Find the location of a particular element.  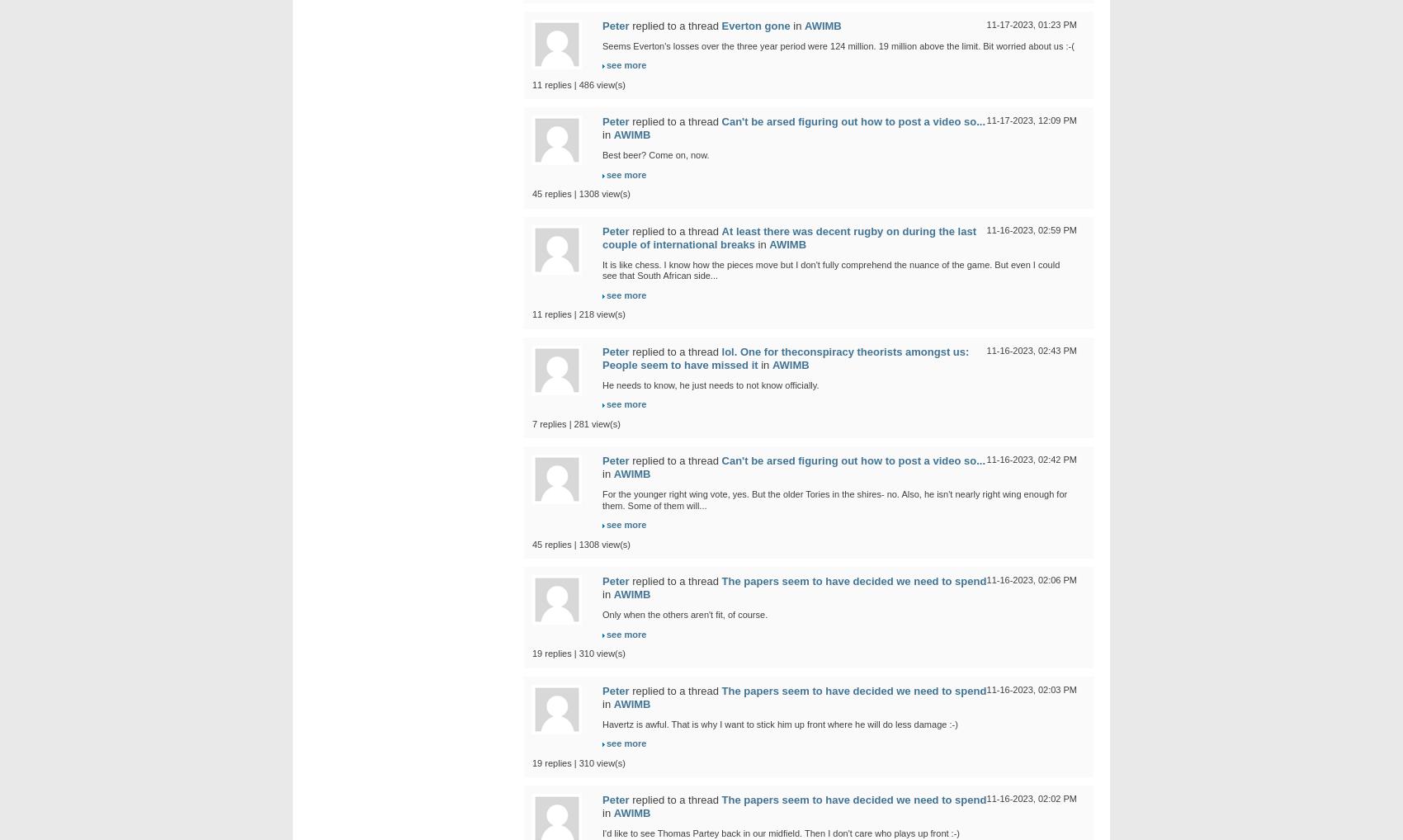

'7 replies | 281 view(s)' is located at coordinates (576, 422).